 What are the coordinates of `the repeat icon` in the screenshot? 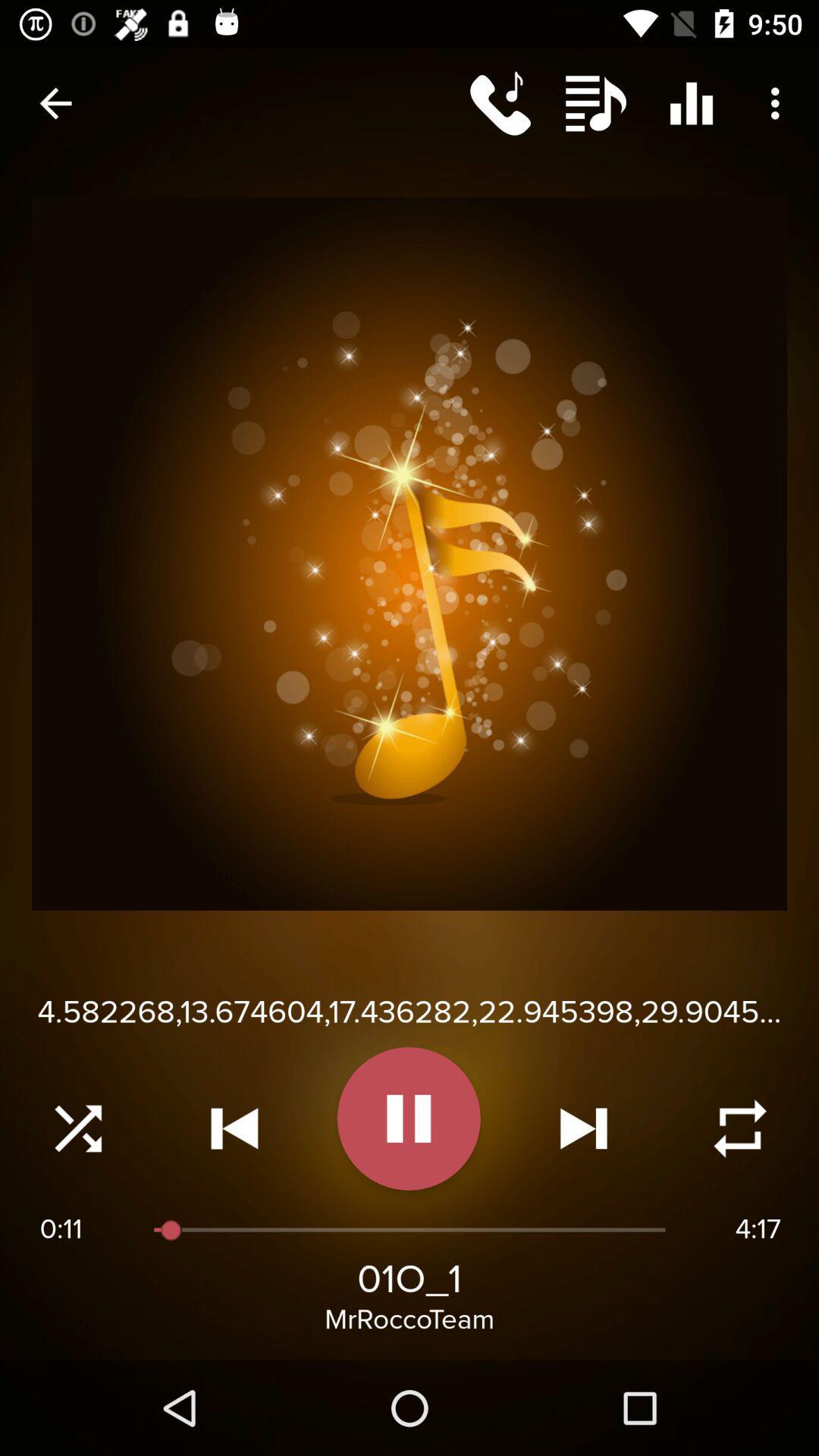 It's located at (739, 1128).